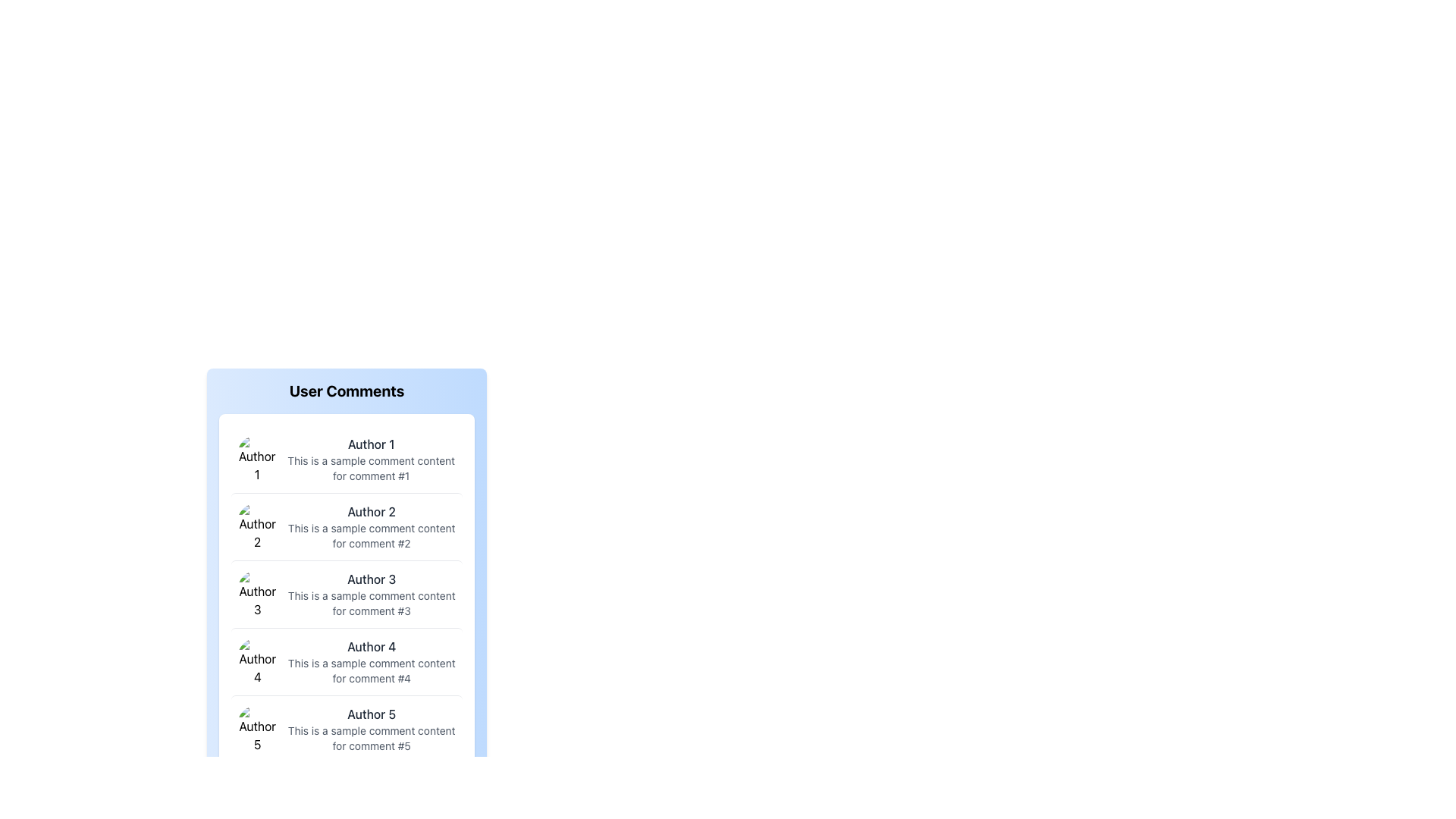 The width and height of the screenshot is (1456, 819). Describe the element at coordinates (257, 661) in the screenshot. I see `the circular avatar image representing the profile picture of 'Author 4'` at that location.